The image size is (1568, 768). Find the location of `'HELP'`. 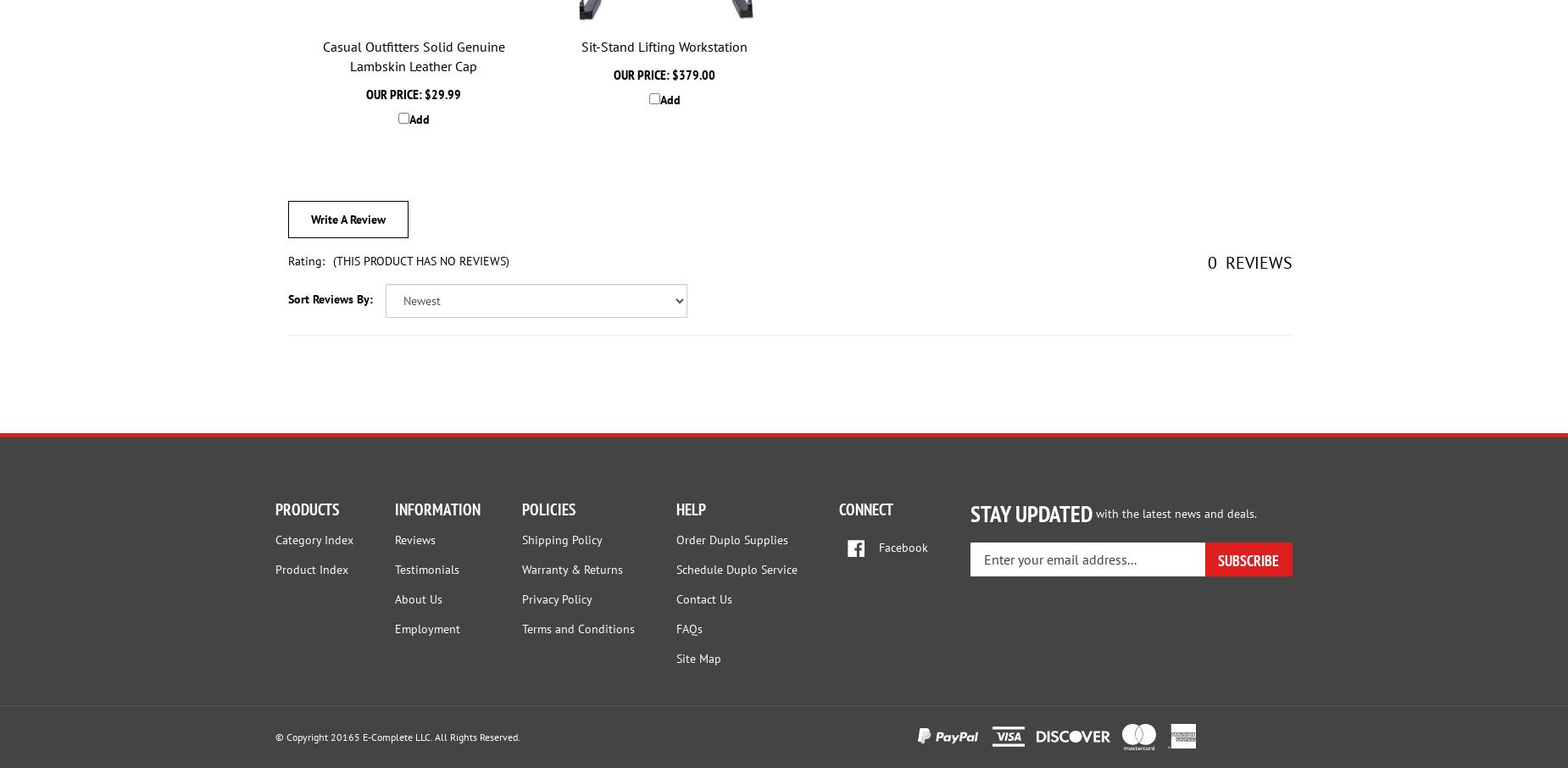

'HELP' is located at coordinates (691, 509).